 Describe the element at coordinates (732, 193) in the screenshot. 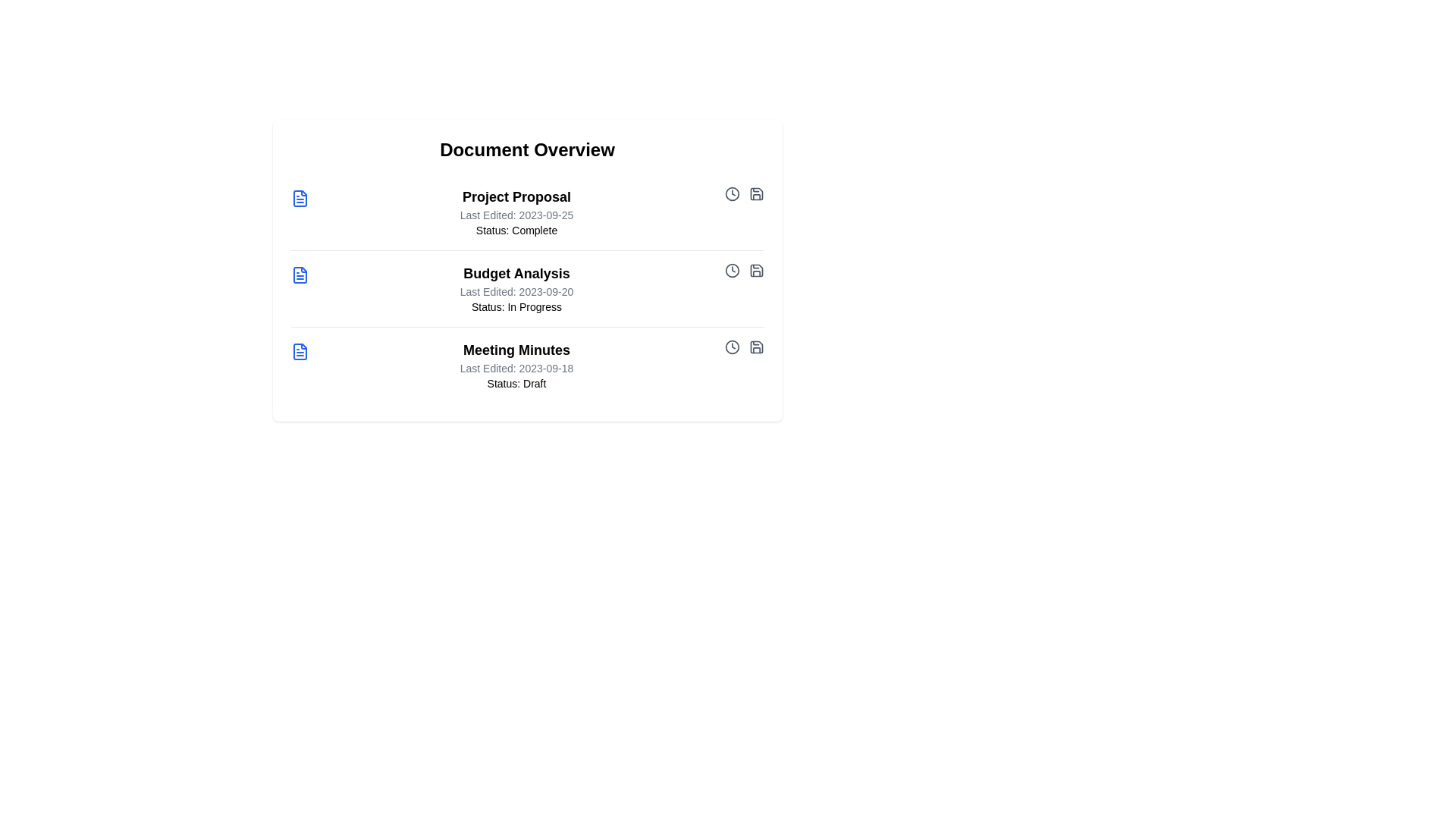

I see `the status icon of Project Proposal to interact with its status` at that location.